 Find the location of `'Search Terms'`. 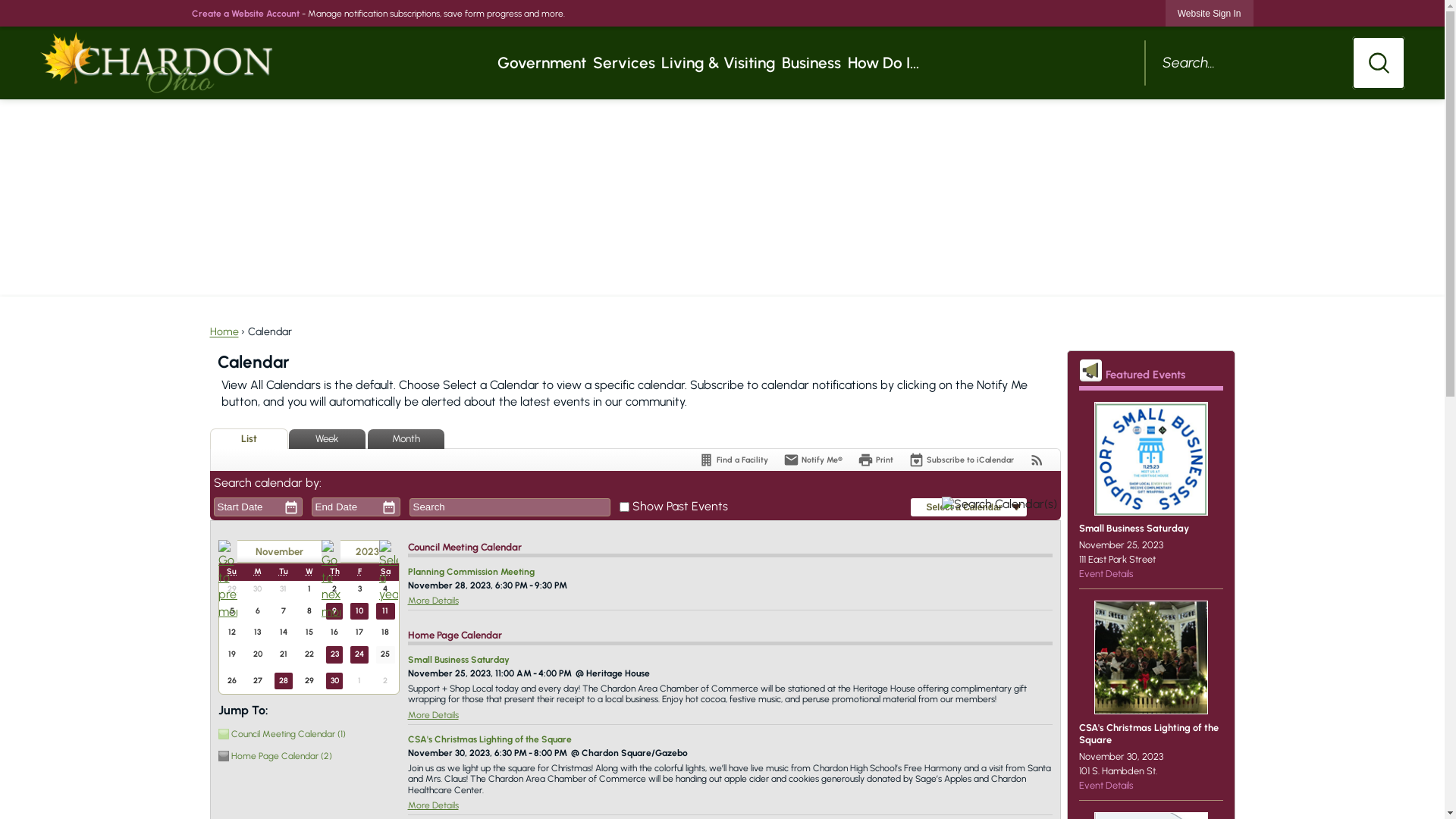

'Search Terms' is located at coordinates (510, 507).